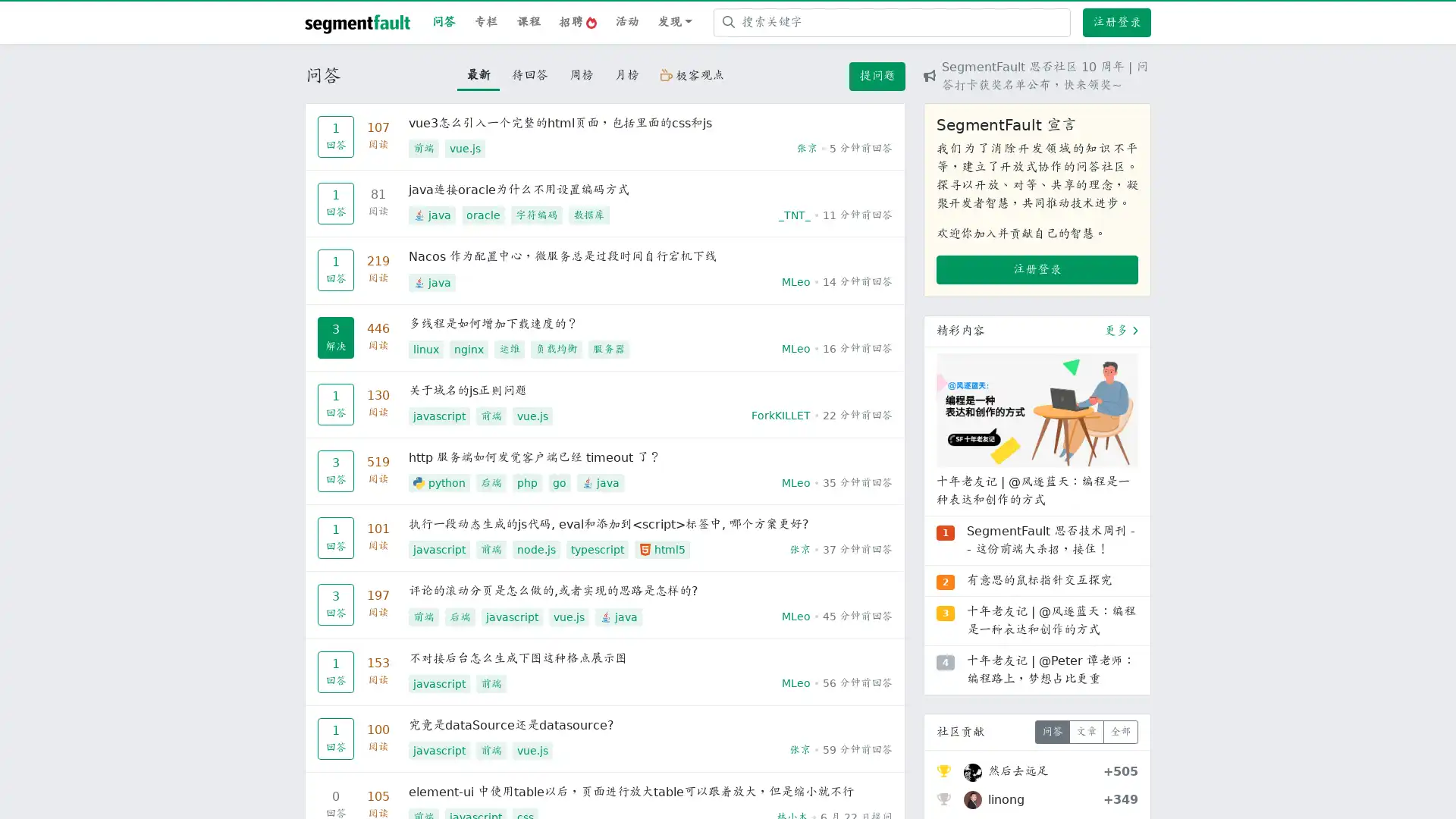 The width and height of the screenshot is (1456, 819). What do you see at coordinates (1037, 626) in the screenshot?
I see `Slide 2` at bounding box center [1037, 626].